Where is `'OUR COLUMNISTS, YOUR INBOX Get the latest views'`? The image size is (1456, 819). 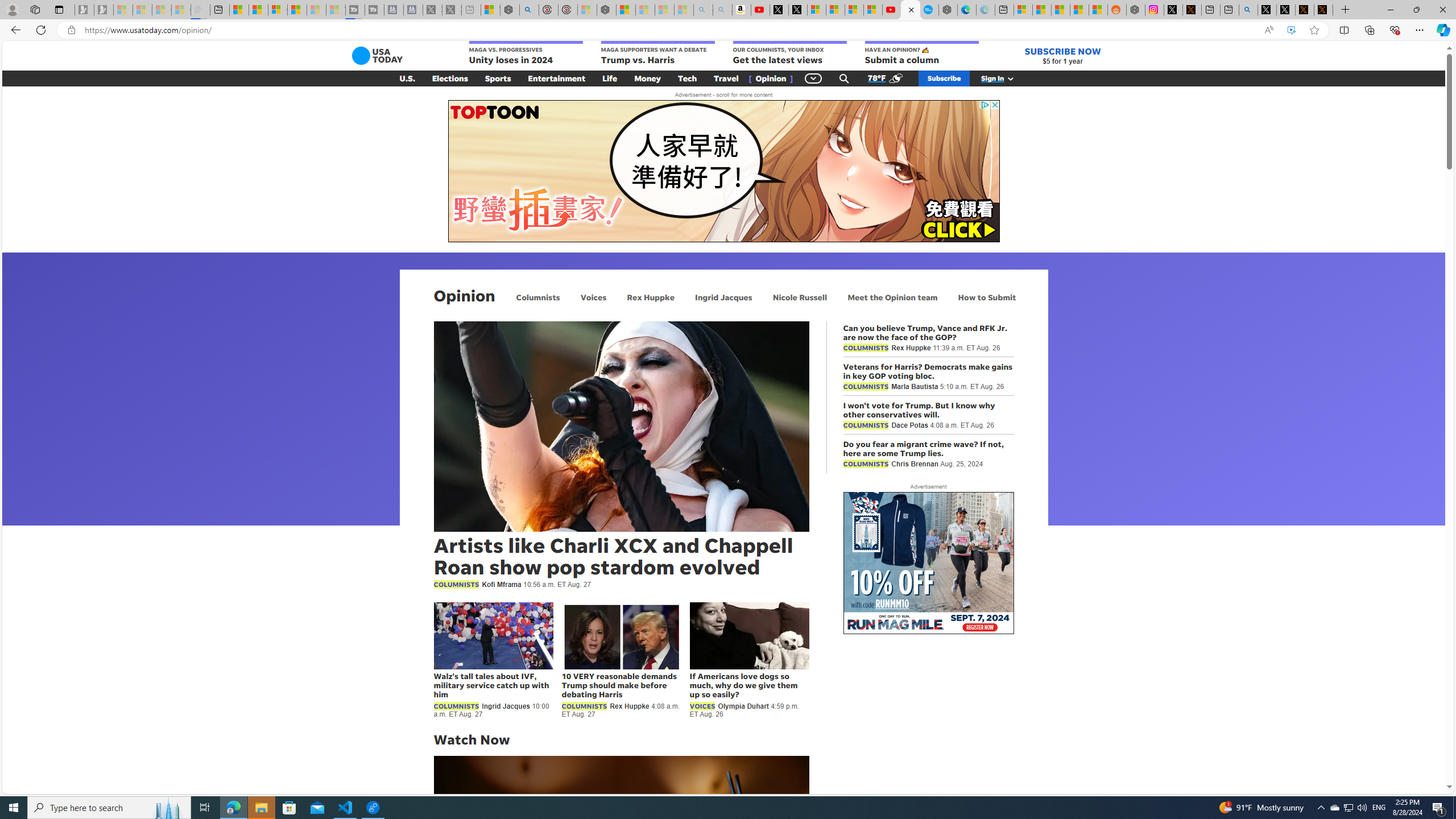
'OUR COLUMNISTS, YOUR INBOX Get the latest views' is located at coordinates (789, 53).